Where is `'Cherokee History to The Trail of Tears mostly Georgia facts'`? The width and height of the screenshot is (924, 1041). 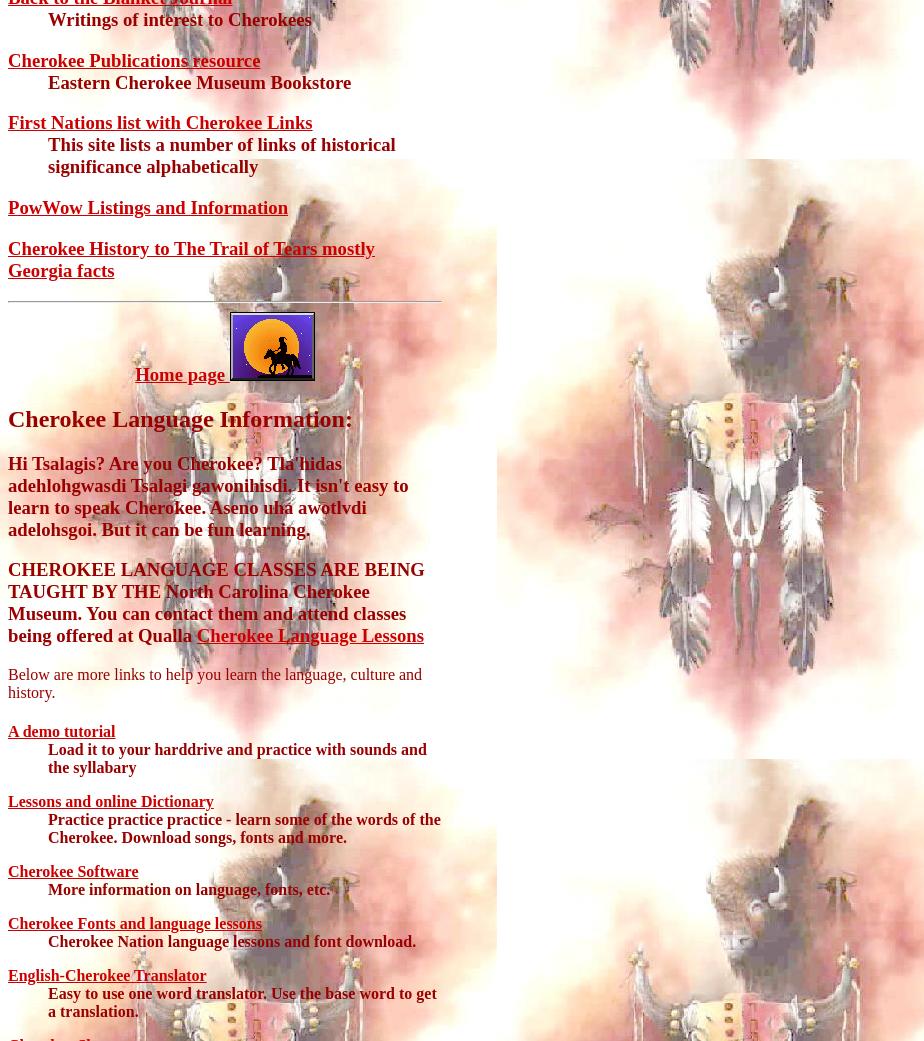
'Cherokee History to The Trail of Tears mostly Georgia facts' is located at coordinates (190, 257).